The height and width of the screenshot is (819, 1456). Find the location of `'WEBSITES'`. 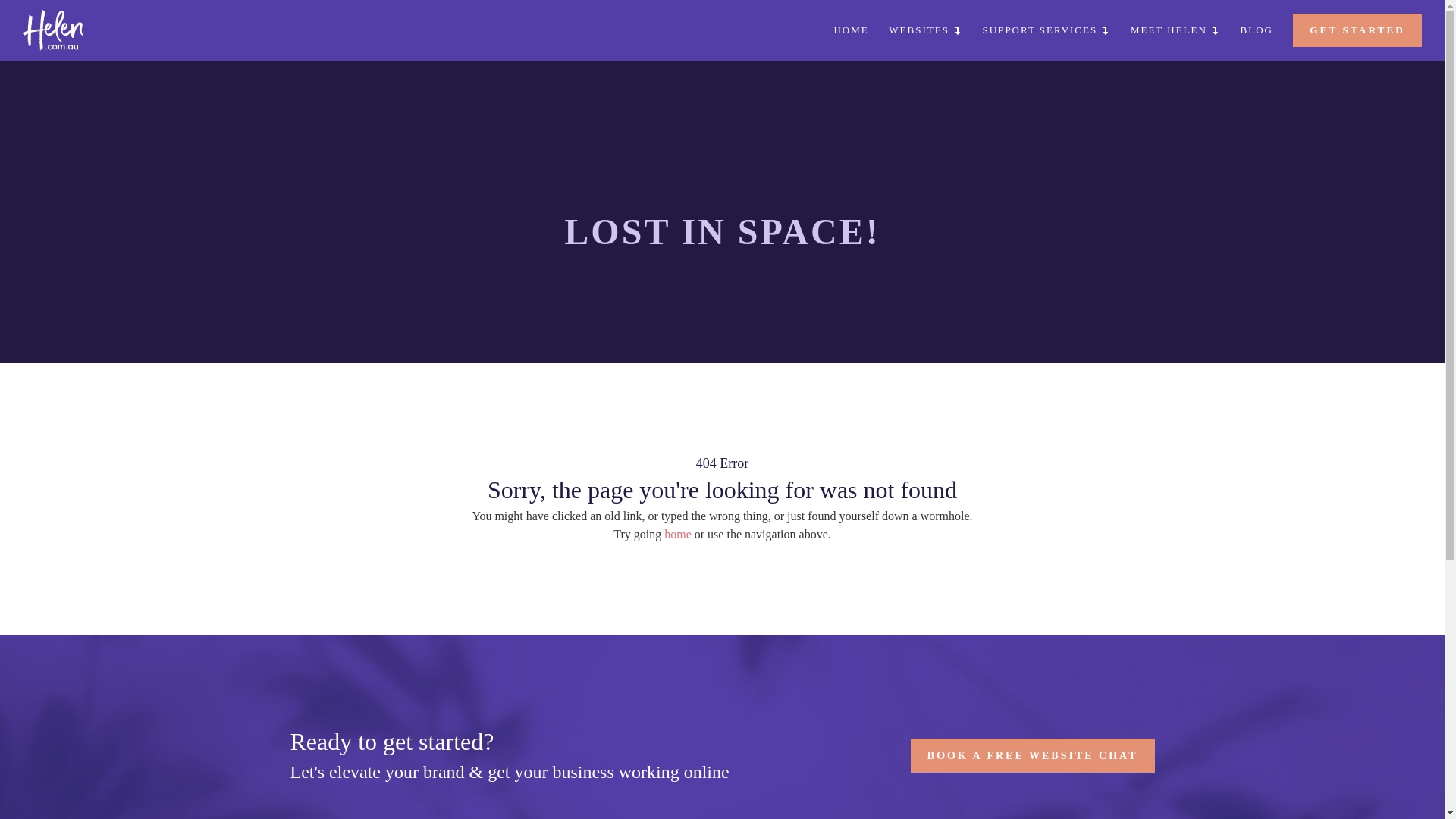

'WEBSITES' is located at coordinates (956, 30).